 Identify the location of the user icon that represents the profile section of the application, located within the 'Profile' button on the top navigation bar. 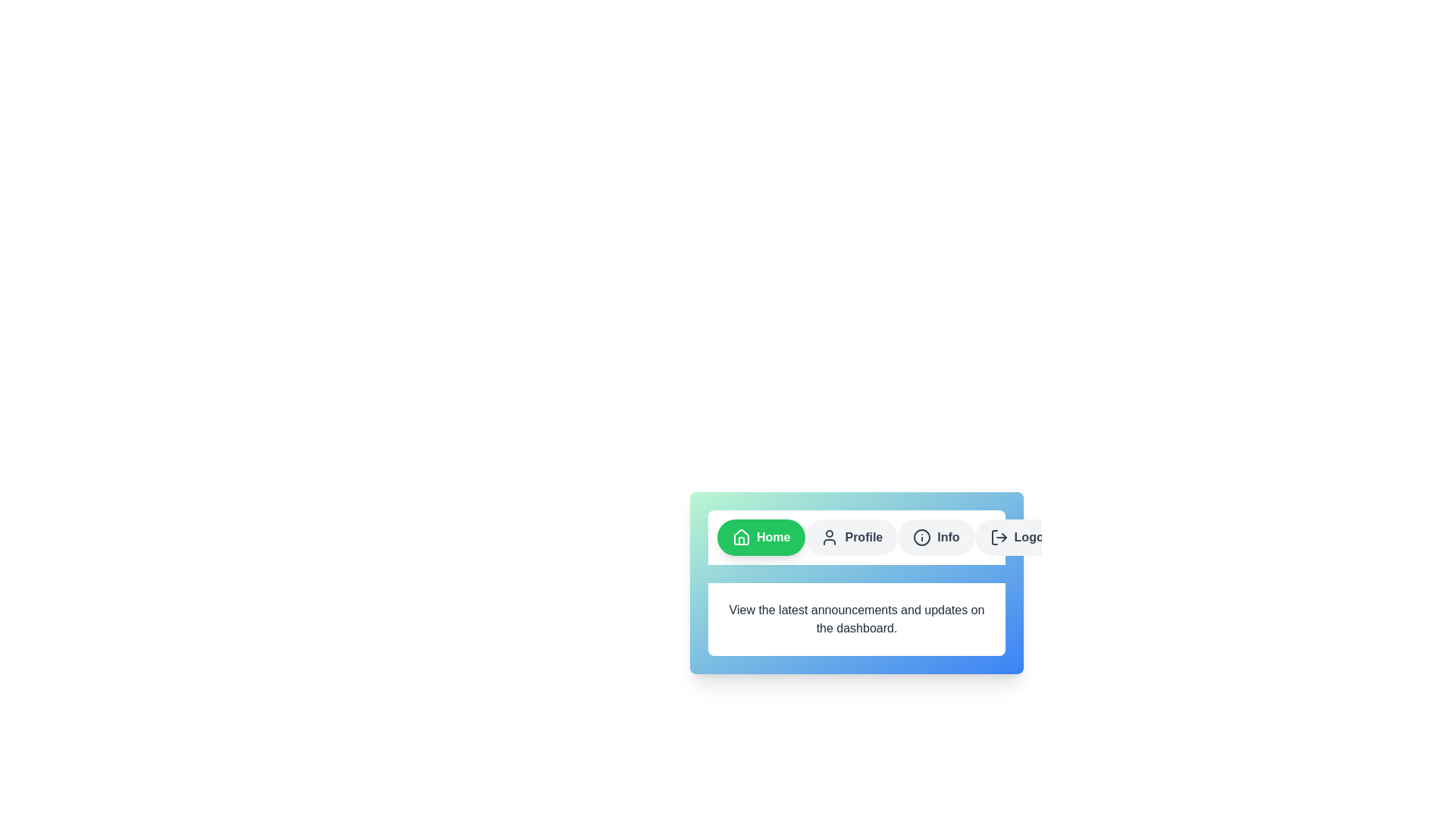
(829, 537).